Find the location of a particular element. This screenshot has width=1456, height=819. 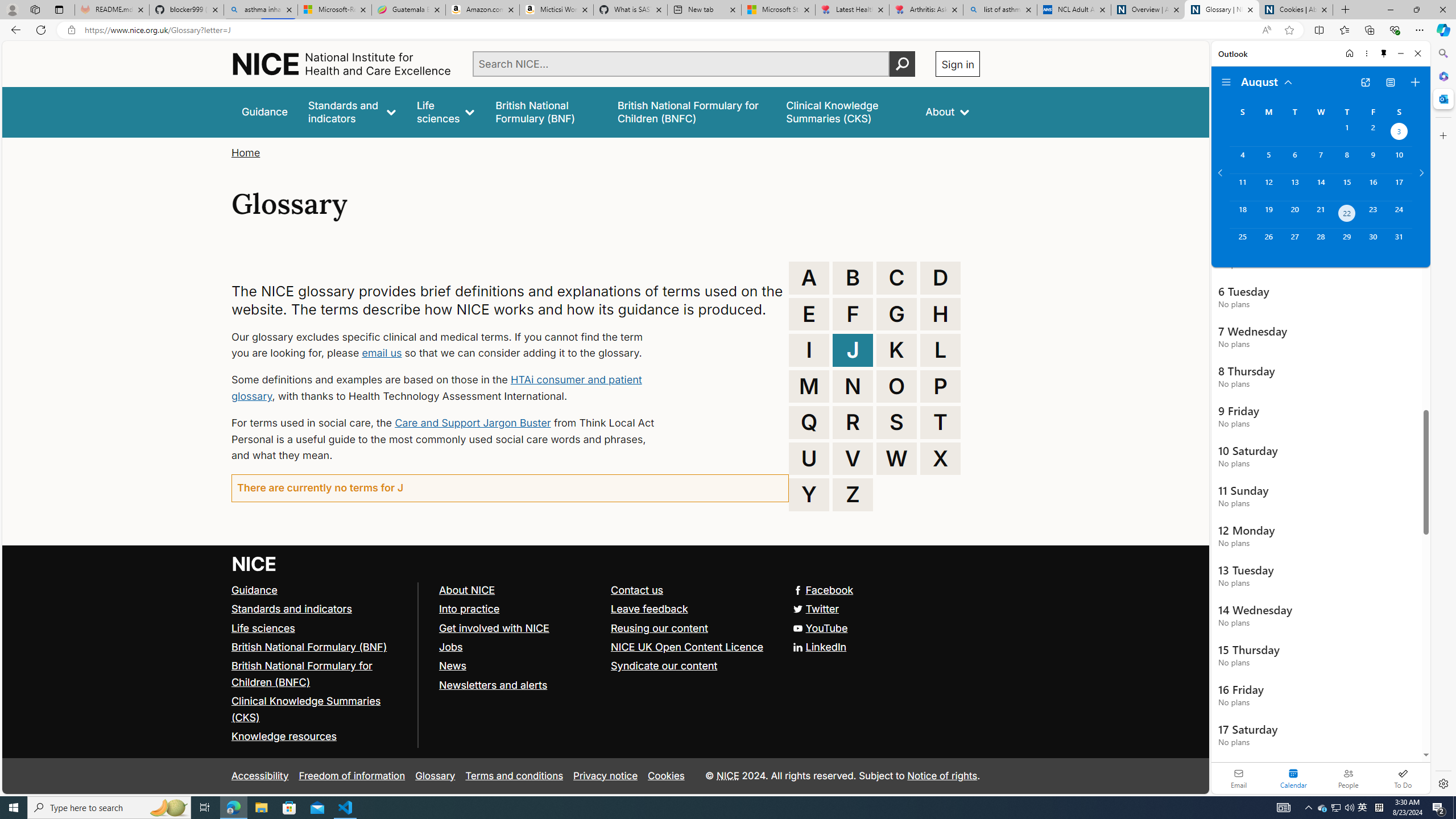

'list of asthma inhalers uk - Search' is located at coordinates (999, 9).